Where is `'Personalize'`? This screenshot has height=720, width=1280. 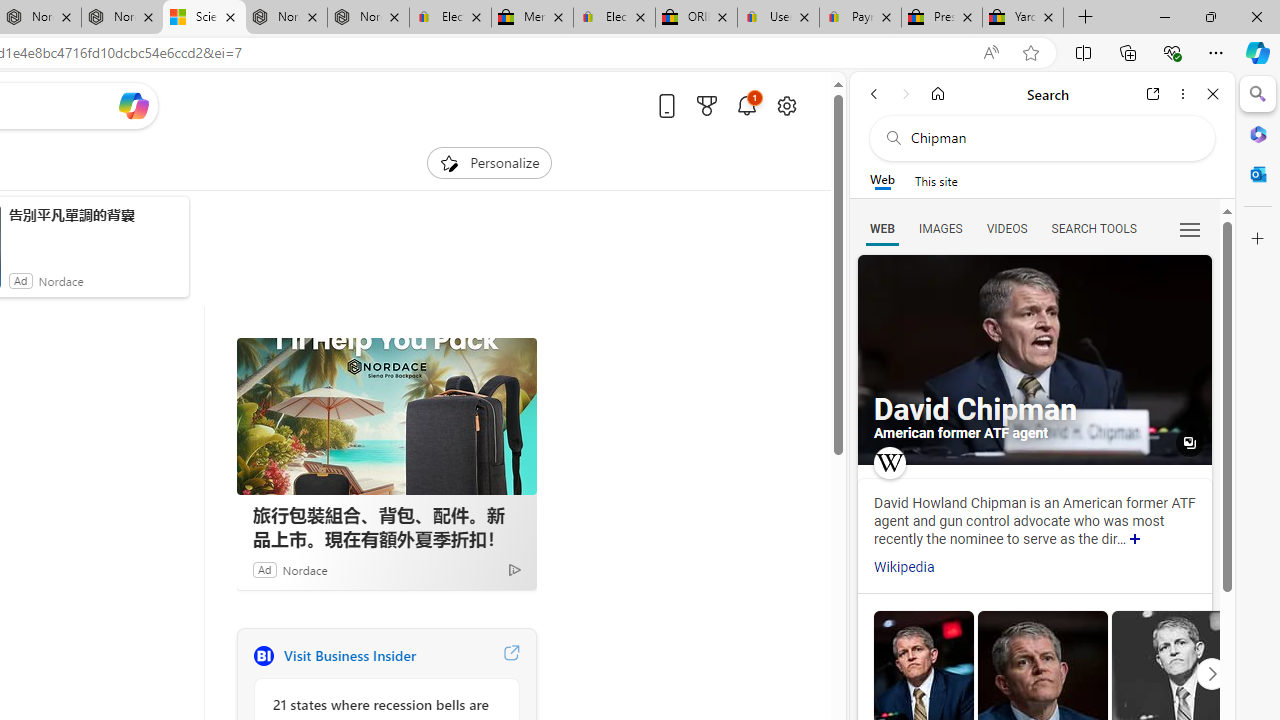
'Personalize' is located at coordinates (488, 162).